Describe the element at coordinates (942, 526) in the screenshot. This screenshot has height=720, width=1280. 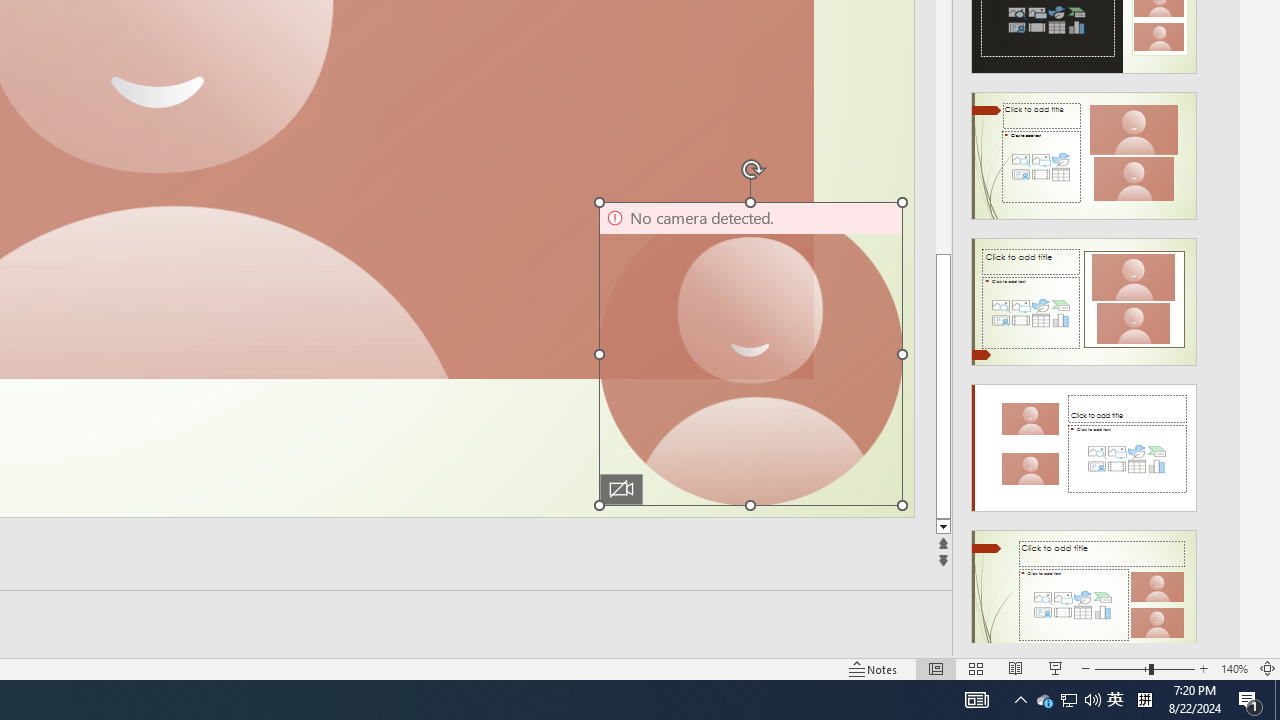
I see `'Line down'` at that location.